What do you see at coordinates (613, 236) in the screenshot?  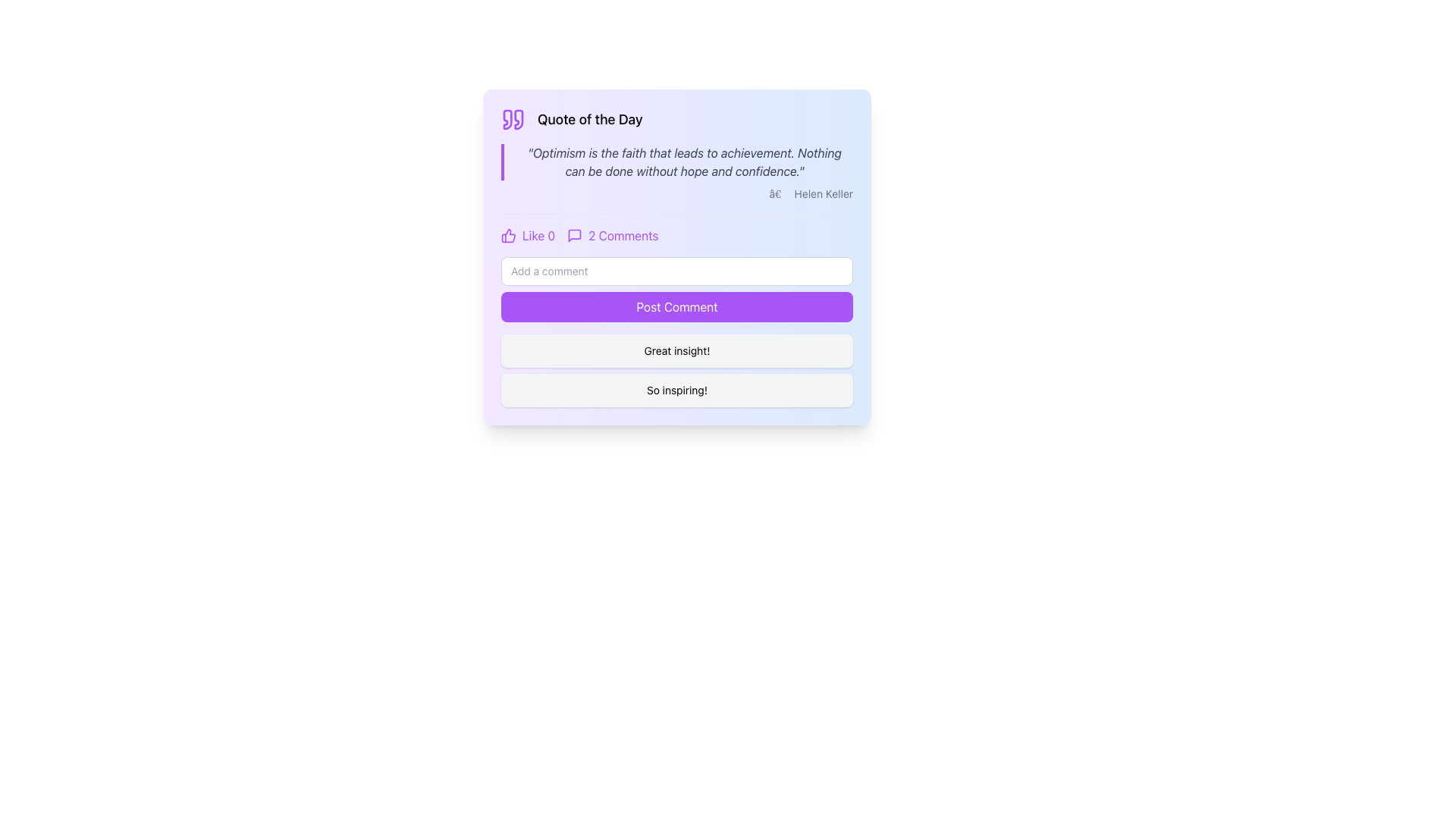 I see `the button with the text '2 Comments' and a speech bubble icon` at bounding box center [613, 236].